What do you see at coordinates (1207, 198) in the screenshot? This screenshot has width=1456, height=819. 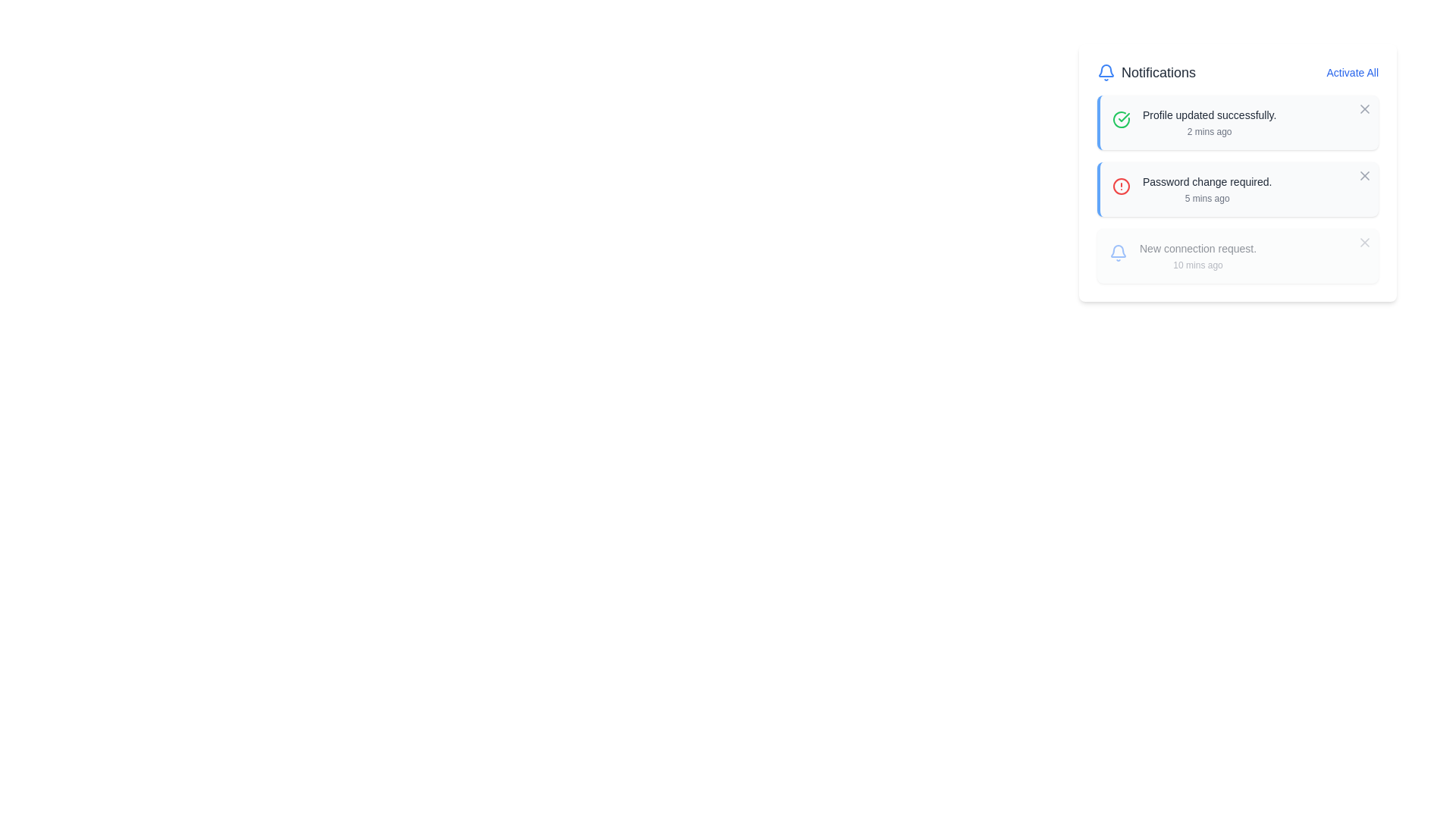 I see `the text label displaying '5 mins ago', which is positioned below the notification titled 'Password change required'` at bounding box center [1207, 198].